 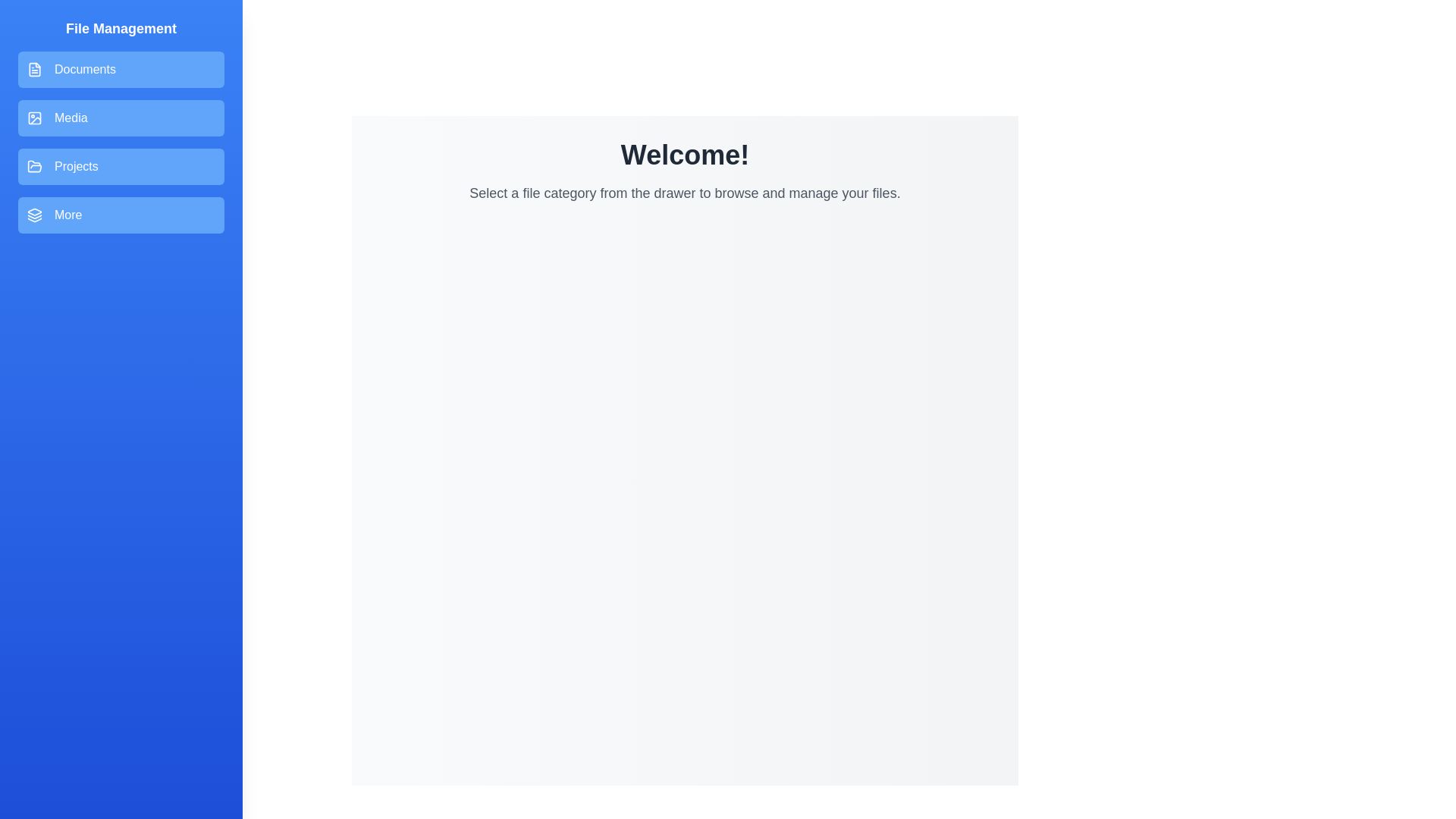 I want to click on the 'Media' option in the drawer menu, so click(x=120, y=117).